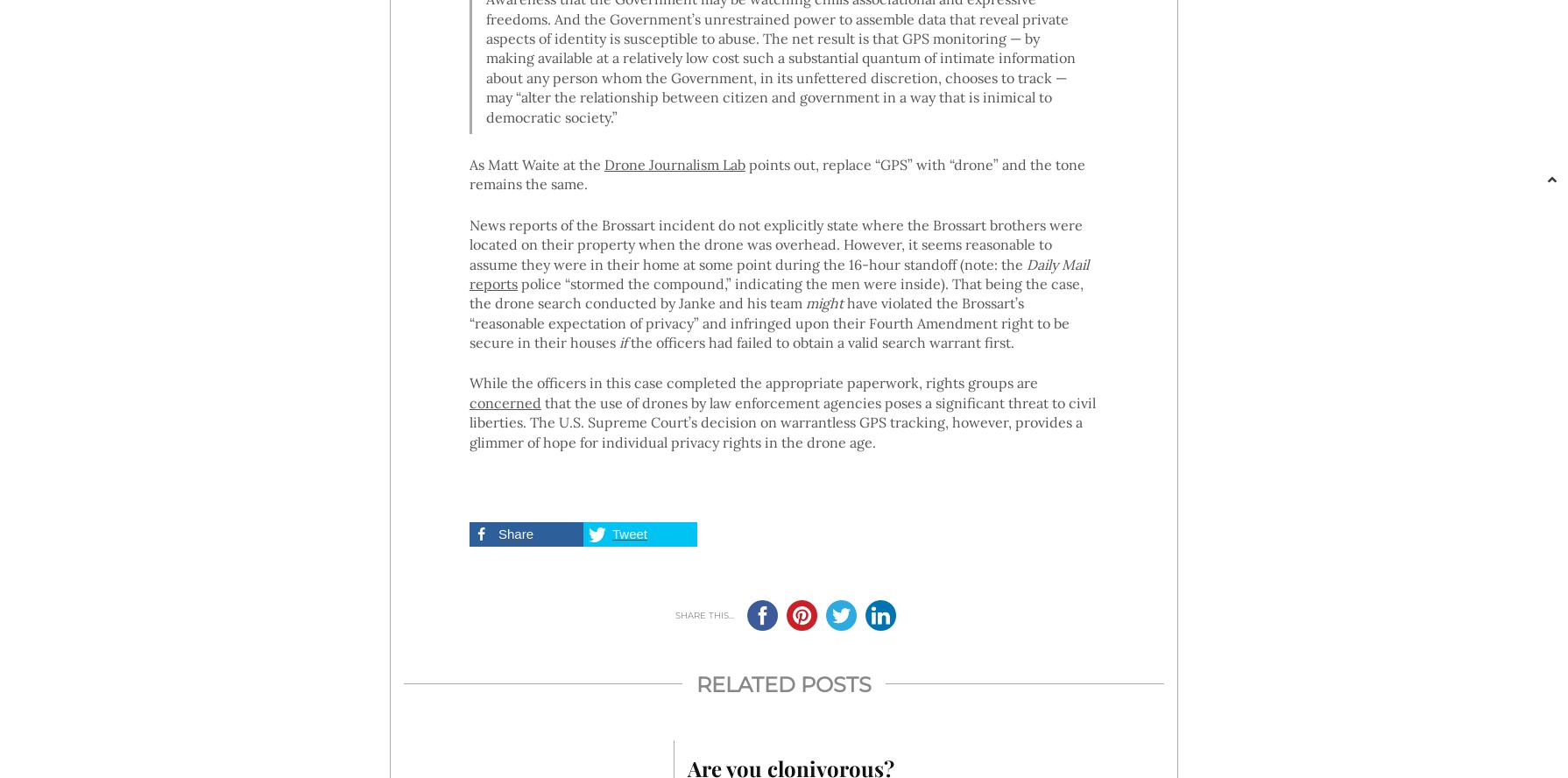  Describe the element at coordinates (535, 163) in the screenshot. I see `'As Matt Waite at the'` at that location.